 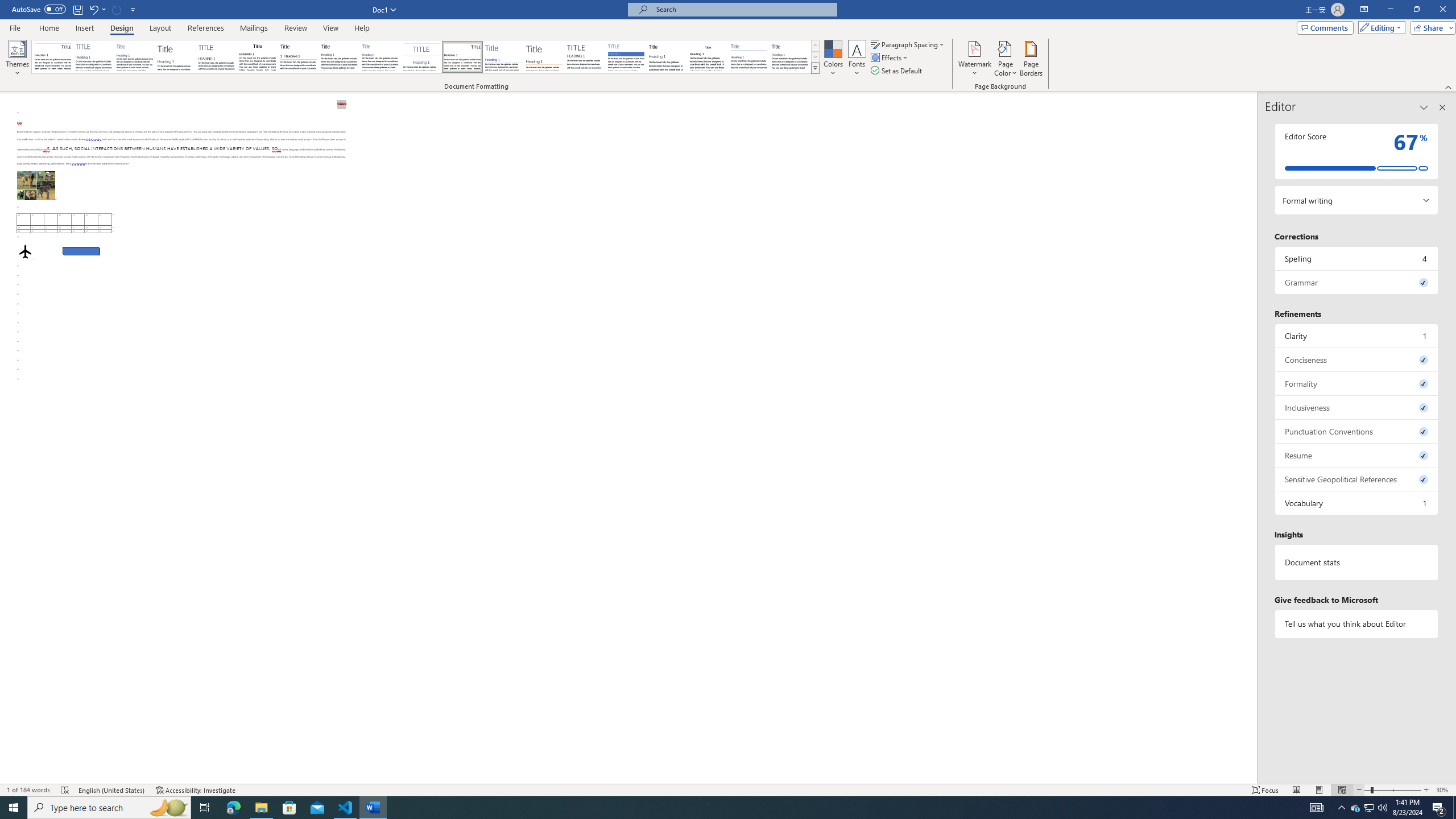 I want to click on 'Row up', so click(x=814, y=45).